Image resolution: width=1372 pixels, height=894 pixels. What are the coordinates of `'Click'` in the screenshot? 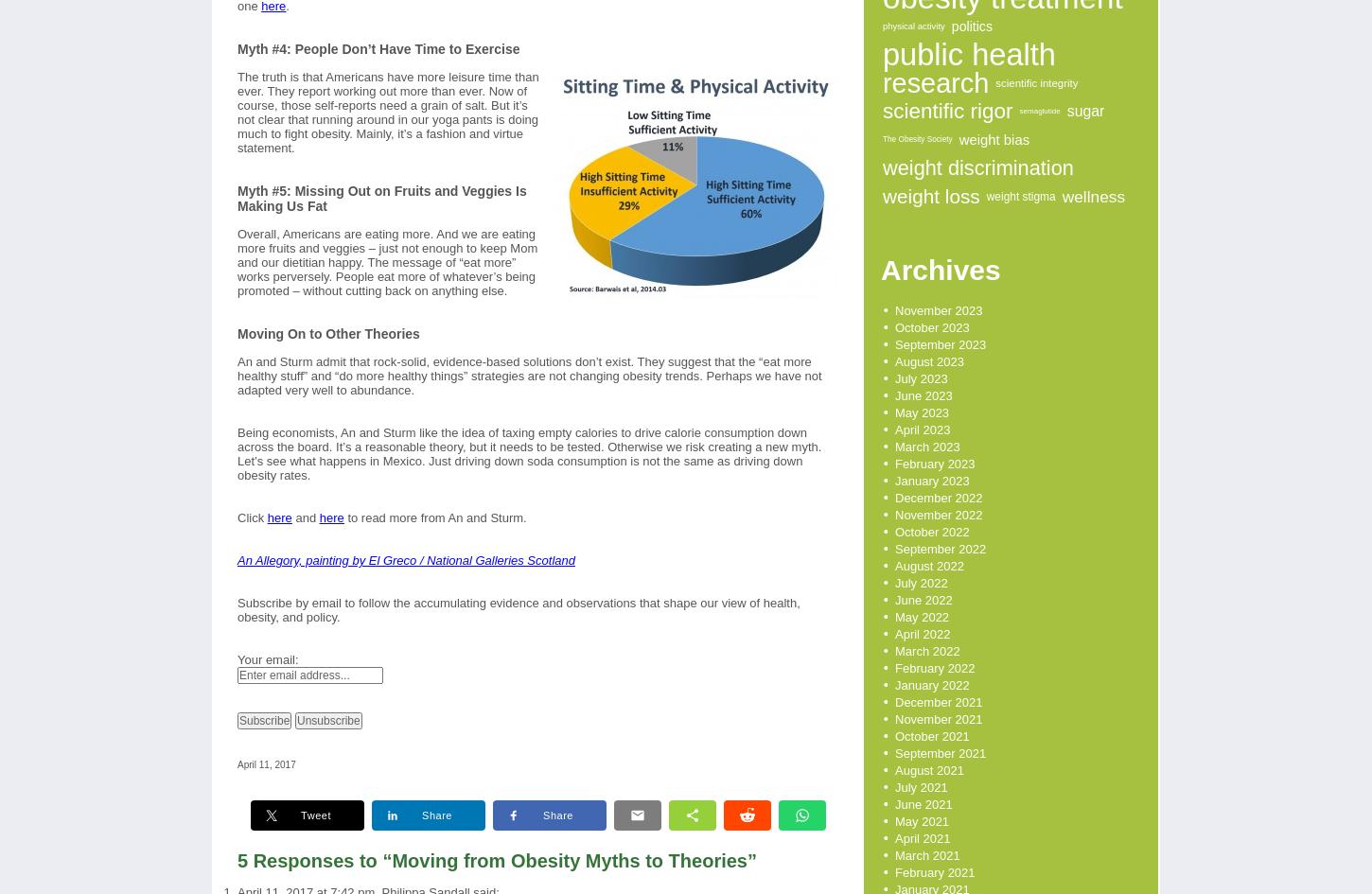 It's located at (252, 517).